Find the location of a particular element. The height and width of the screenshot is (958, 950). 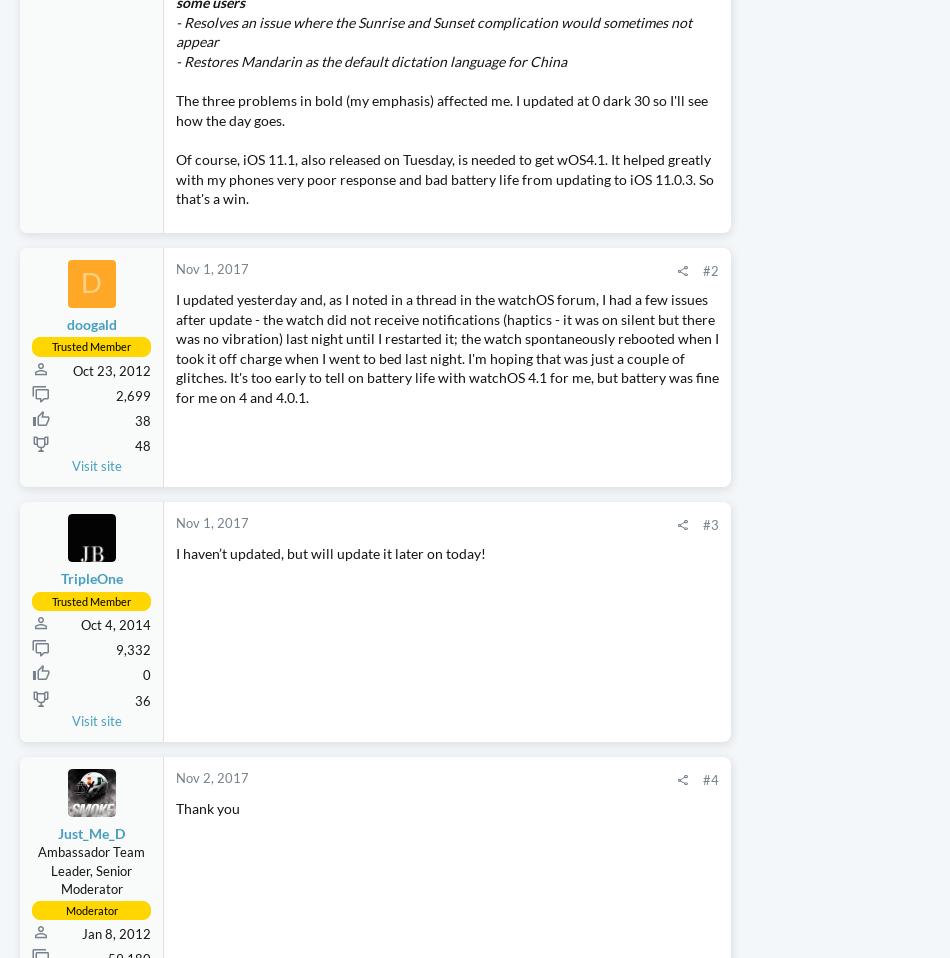

'I updated yesterday and, as I noted in a thread in the watchOS forum, I had a few issues after update - the watch did not receive notifications (haptics - it was on silent but there was no vibration) last night until I restarted it; the watch spontaneously rebooted when I took it off charge when I went to bed last night. I'm hoping that was just a couple of glitches. It's too early to tell on battery life with watchOS 4.1 for me, but battery was fine for me on 4 and 4.0.1.' is located at coordinates (383, 416).